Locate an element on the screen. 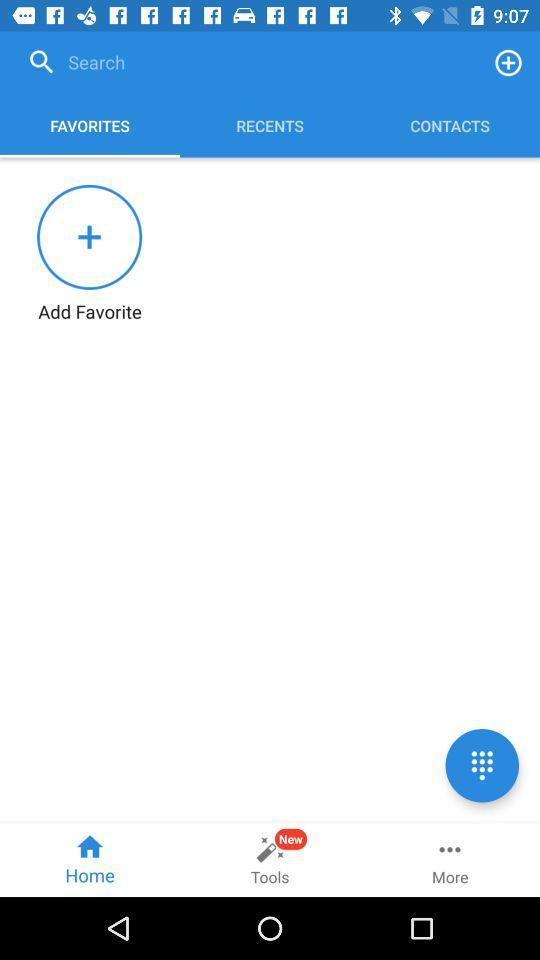 The image size is (540, 960). toggles a add function in the app is located at coordinates (508, 62).